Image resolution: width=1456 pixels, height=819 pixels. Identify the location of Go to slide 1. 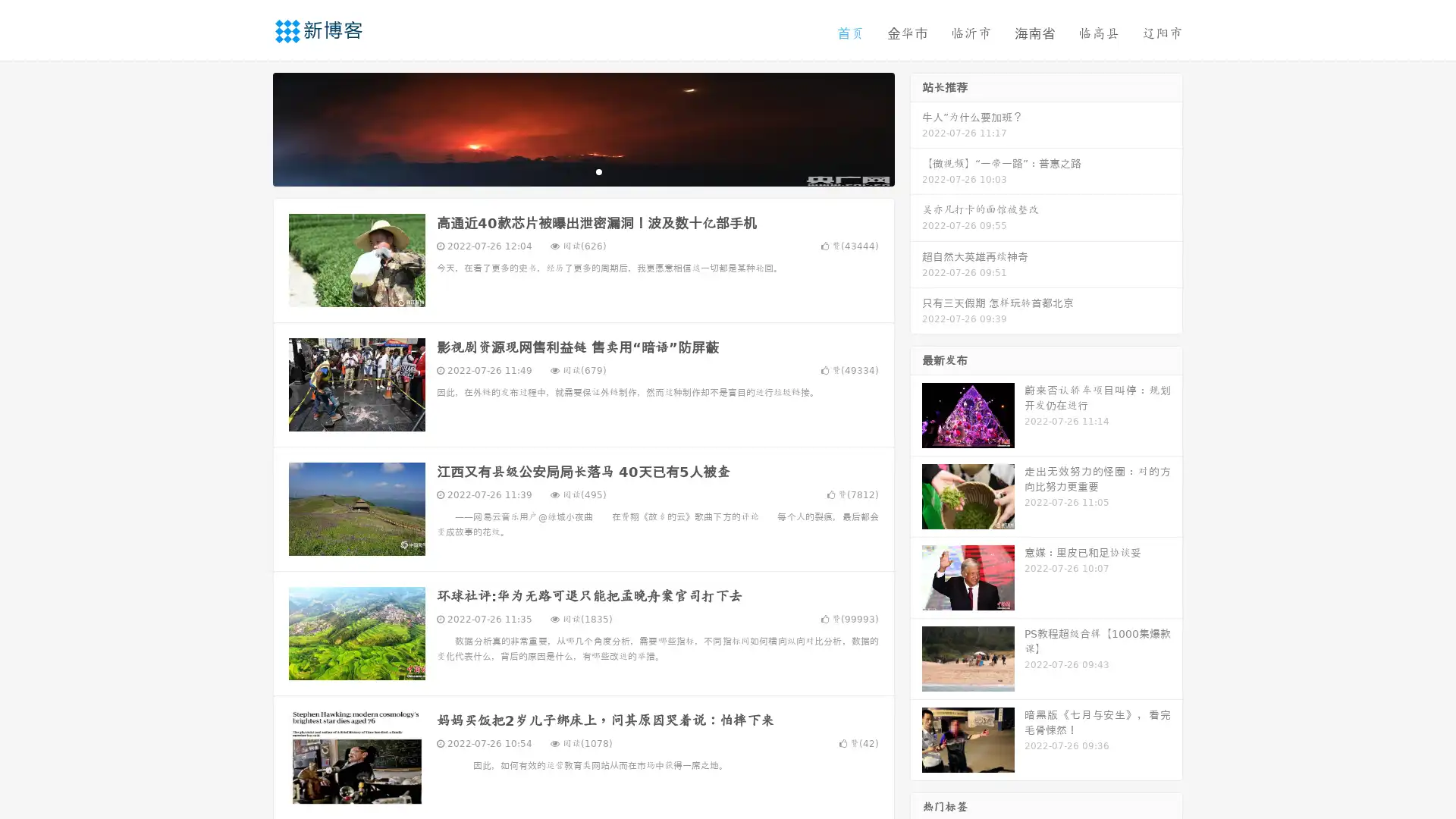
(567, 171).